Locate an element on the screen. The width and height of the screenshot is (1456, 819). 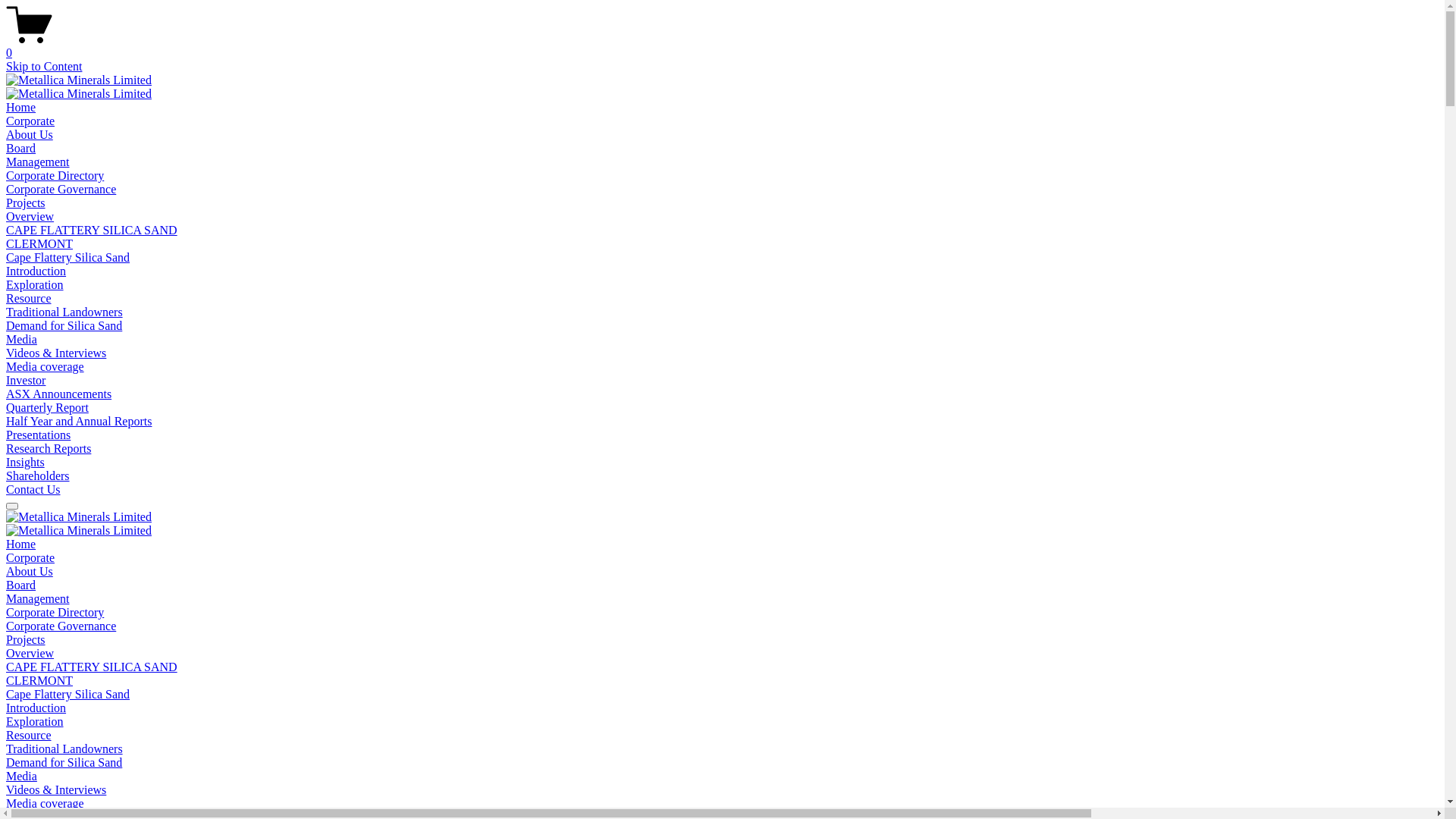
'Home' is located at coordinates (20, 543).